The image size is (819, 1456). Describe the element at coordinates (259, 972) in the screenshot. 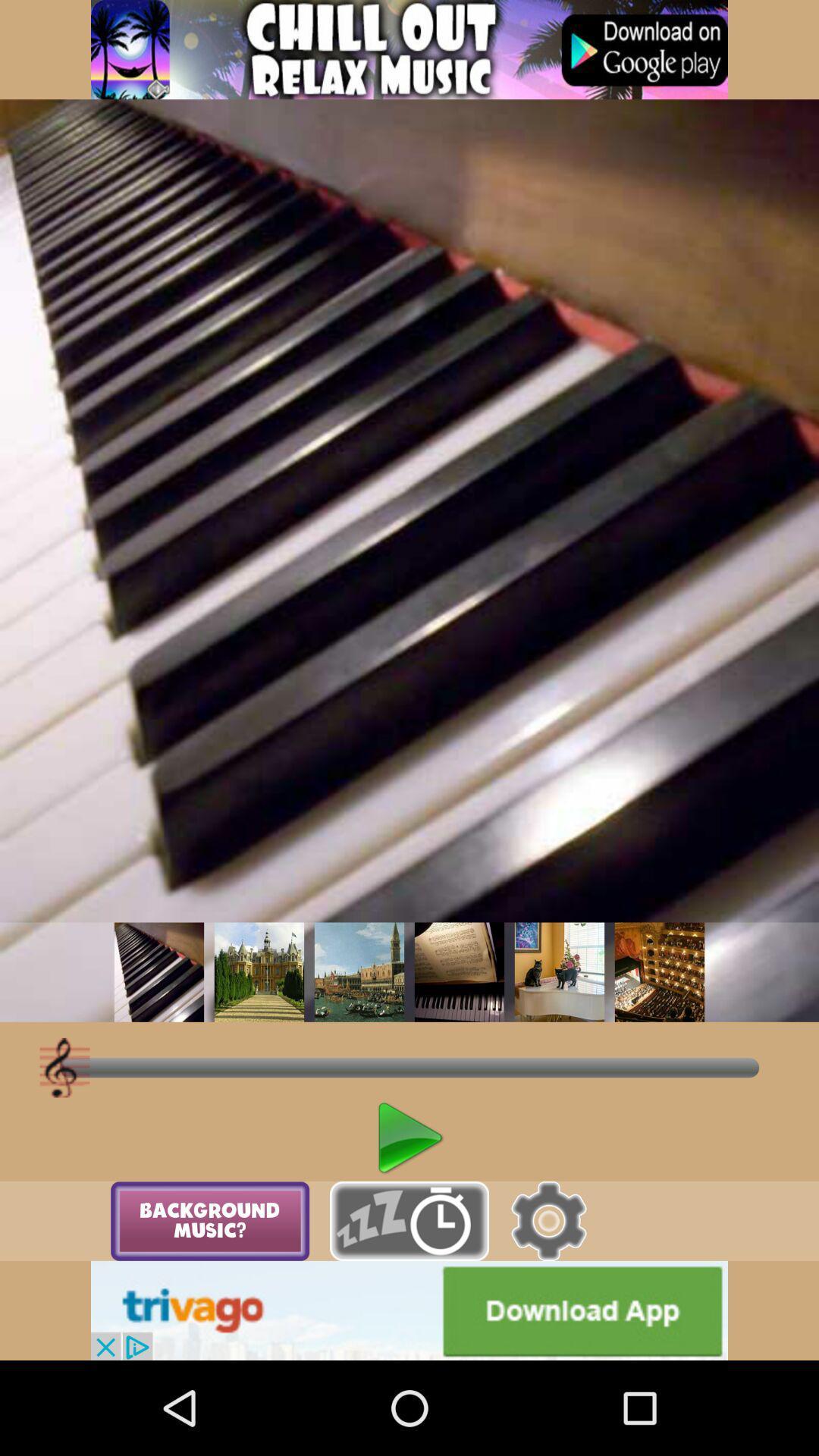

I see `show image` at that location.